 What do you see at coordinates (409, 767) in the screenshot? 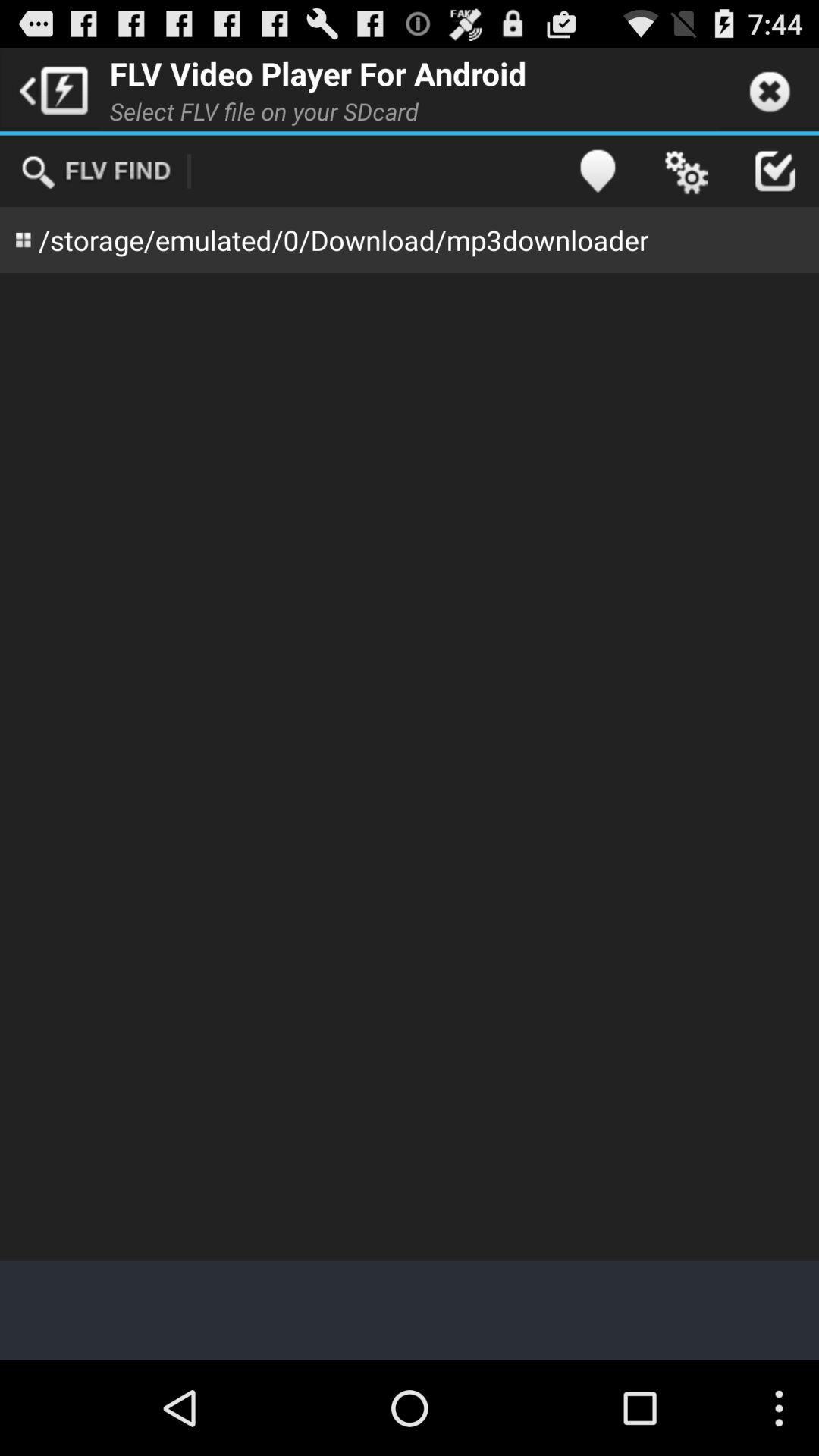
I see `the icon at the center` at bounding box center [409, 767].